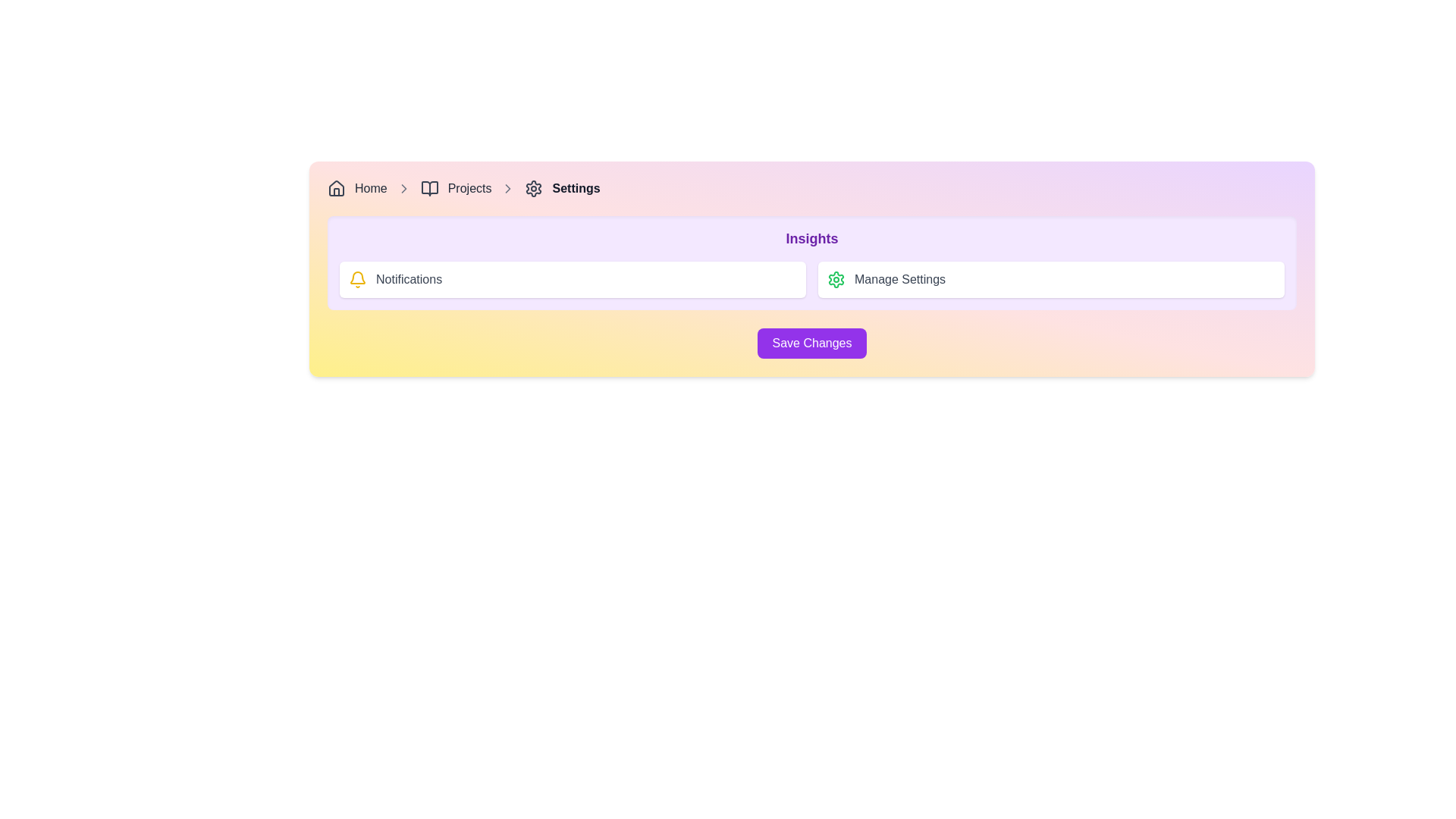 This screenshot has height=819, width=1456. Describe the element at coordinates (428, 188) in the screenshot. I see `the 'Projects' vector icon` at that location.